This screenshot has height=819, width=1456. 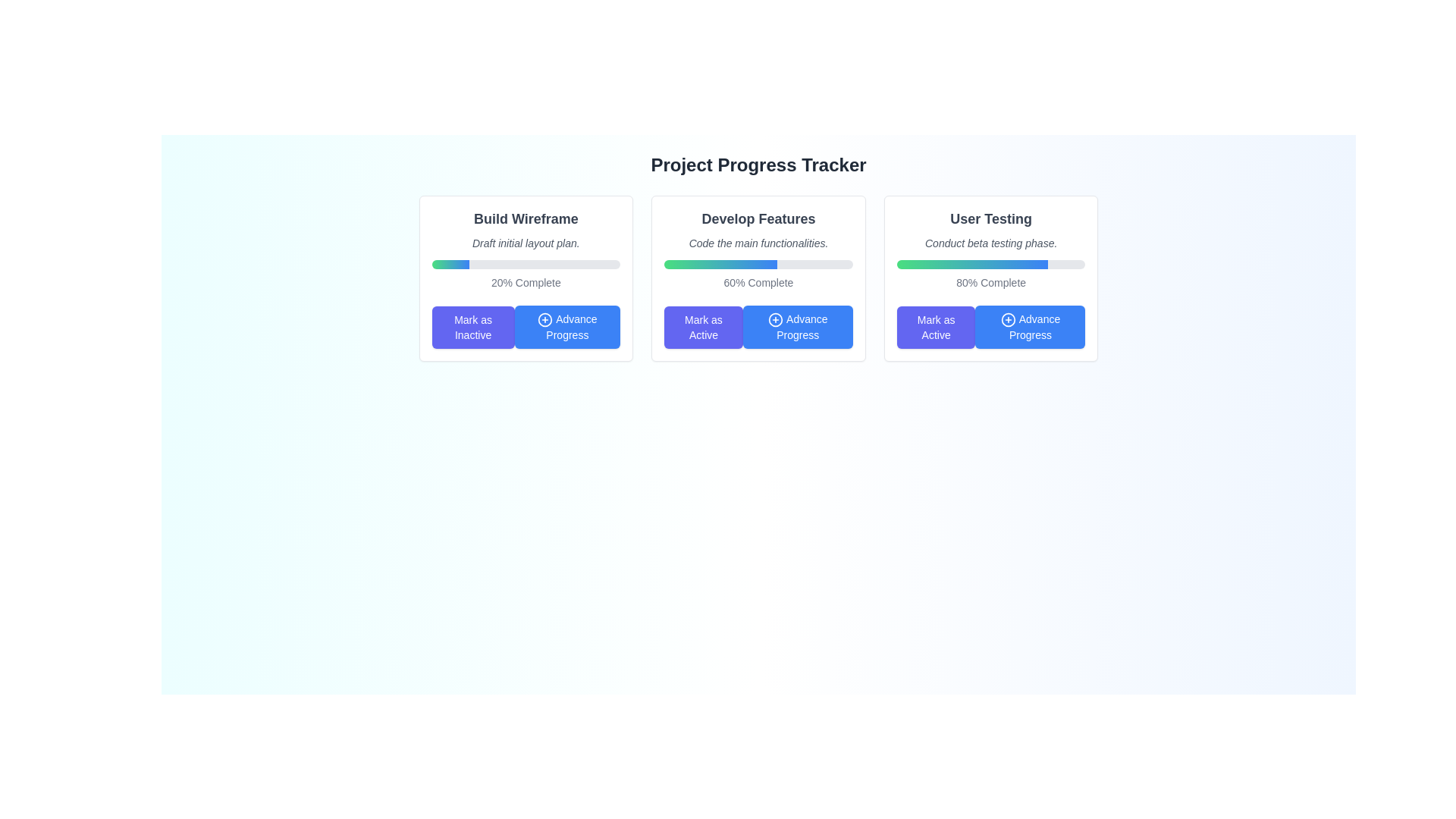 I want to click on the text display that shows the completion percentage of the 'Develop Features' task, located directly underneath the progress bar in the center of the second column, so click(x=758, y=283).